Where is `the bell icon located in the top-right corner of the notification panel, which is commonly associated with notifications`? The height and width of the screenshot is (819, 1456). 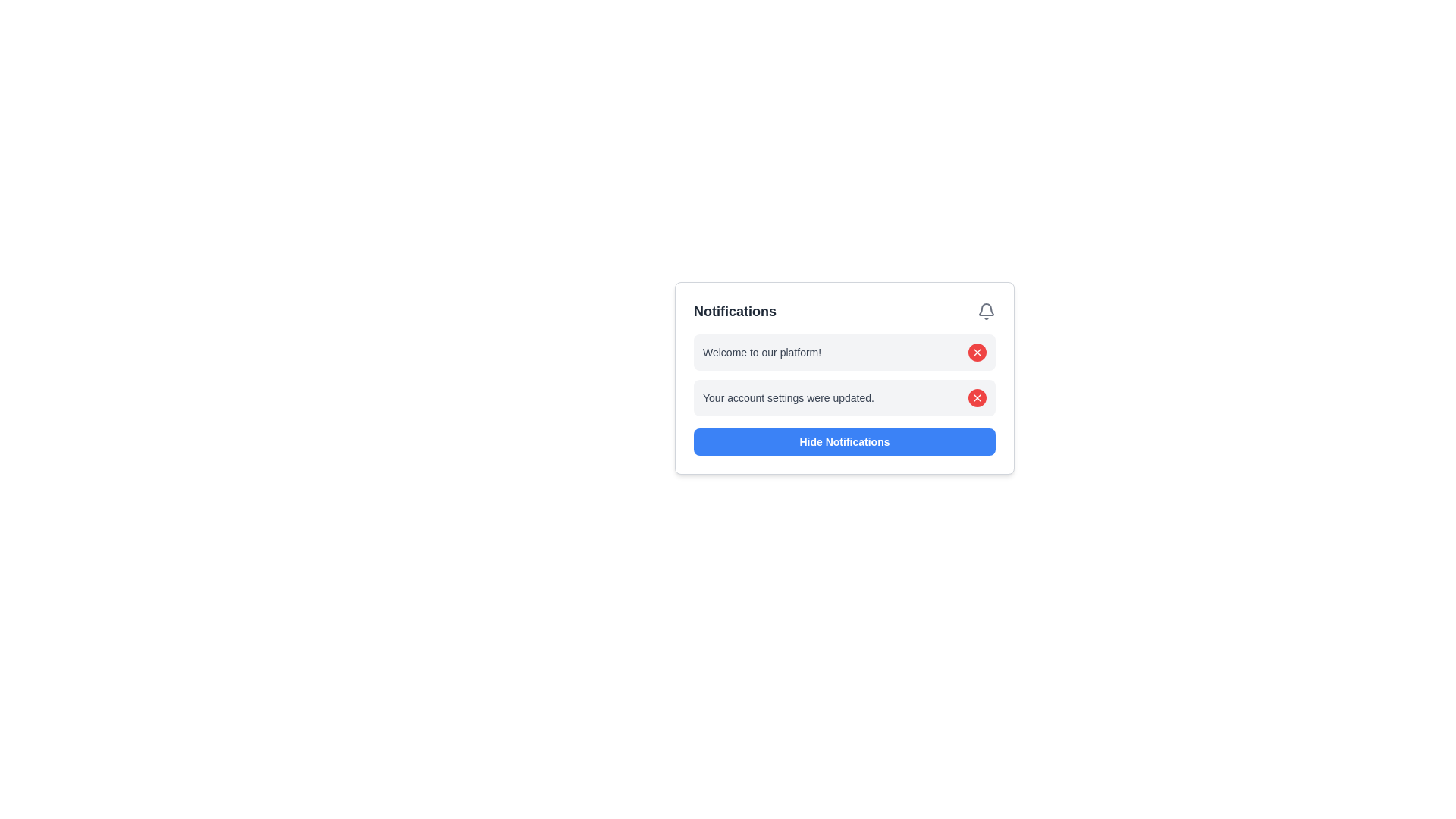
the bell icon located in the top-right corner of the notification panel, which is commonly associated with notifications is located at coordinates (986, 309).